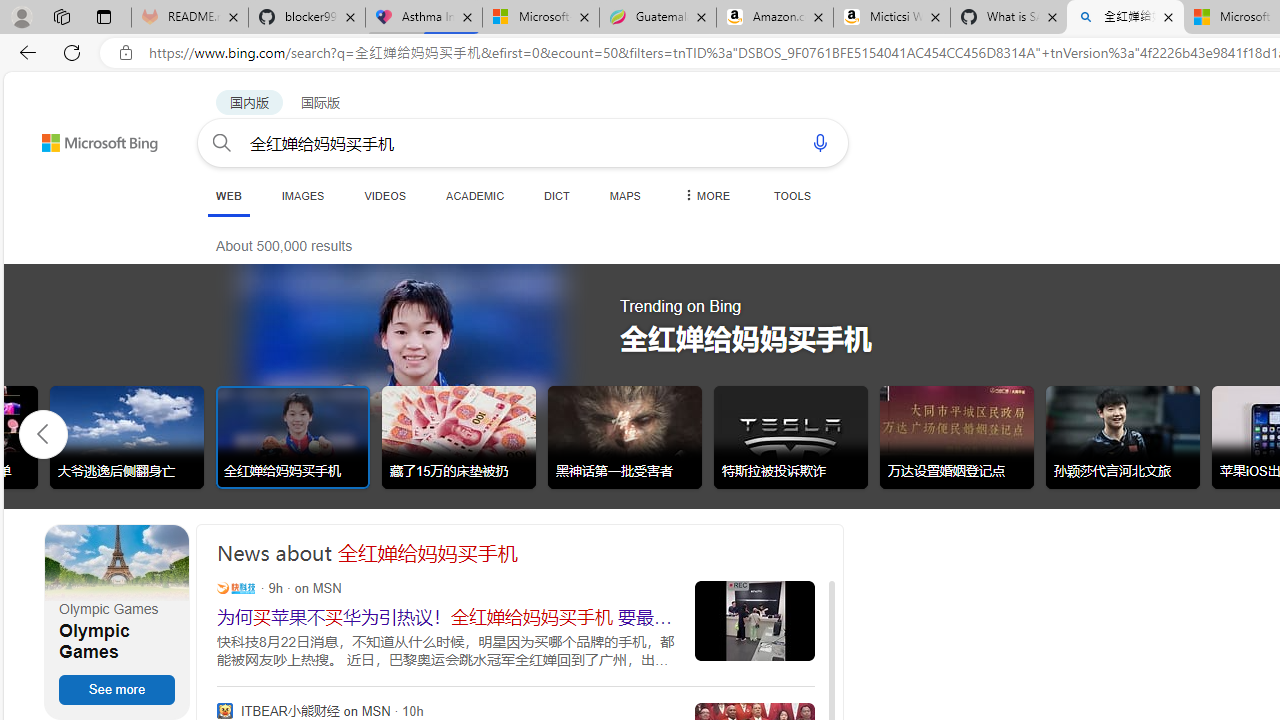 This screenshot has height=720, width=1280. I want to click on 'MAPS', so click(624, 195).